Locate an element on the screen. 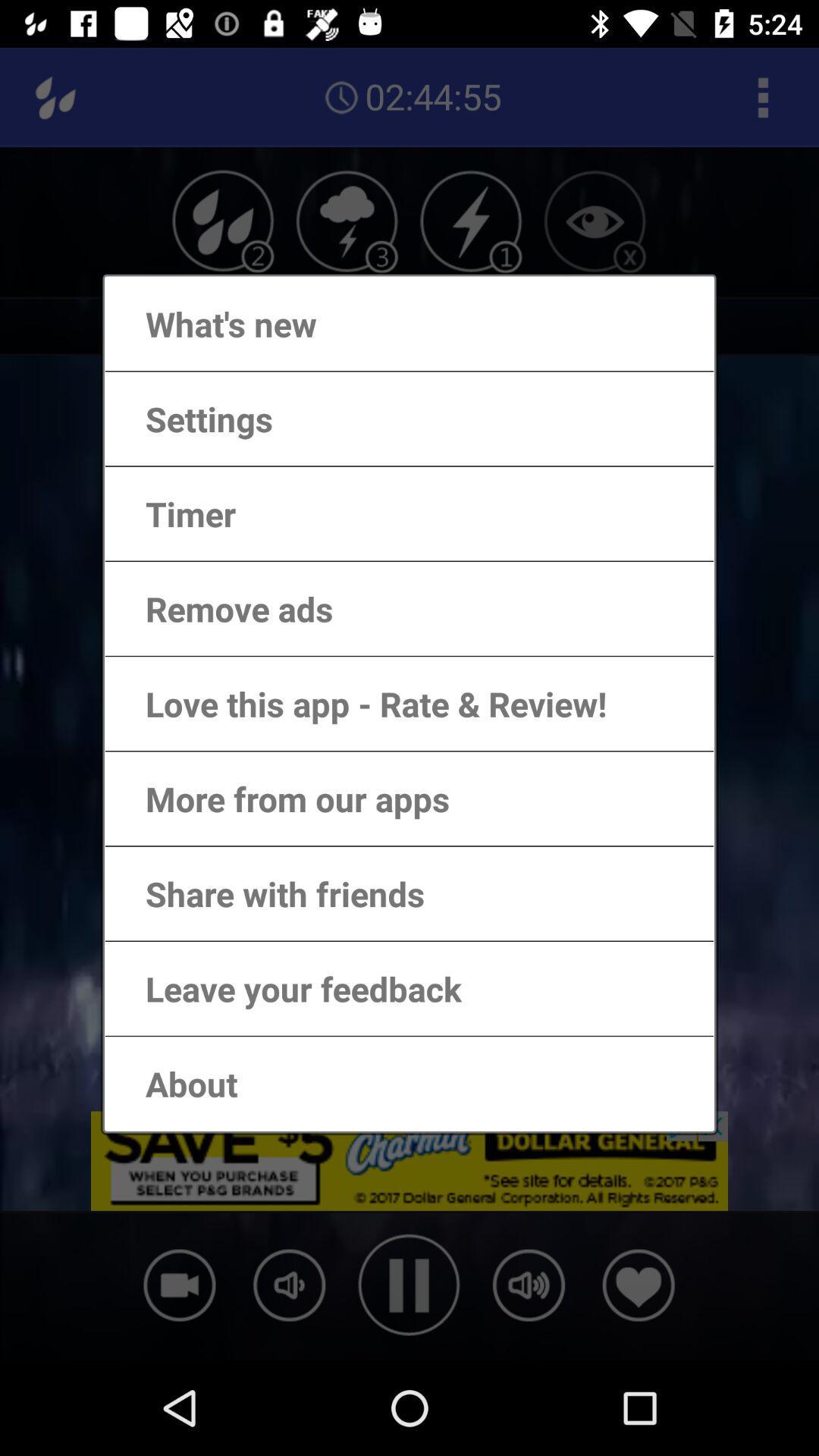  the icon above the settings app is located at coordinates (216, 323).